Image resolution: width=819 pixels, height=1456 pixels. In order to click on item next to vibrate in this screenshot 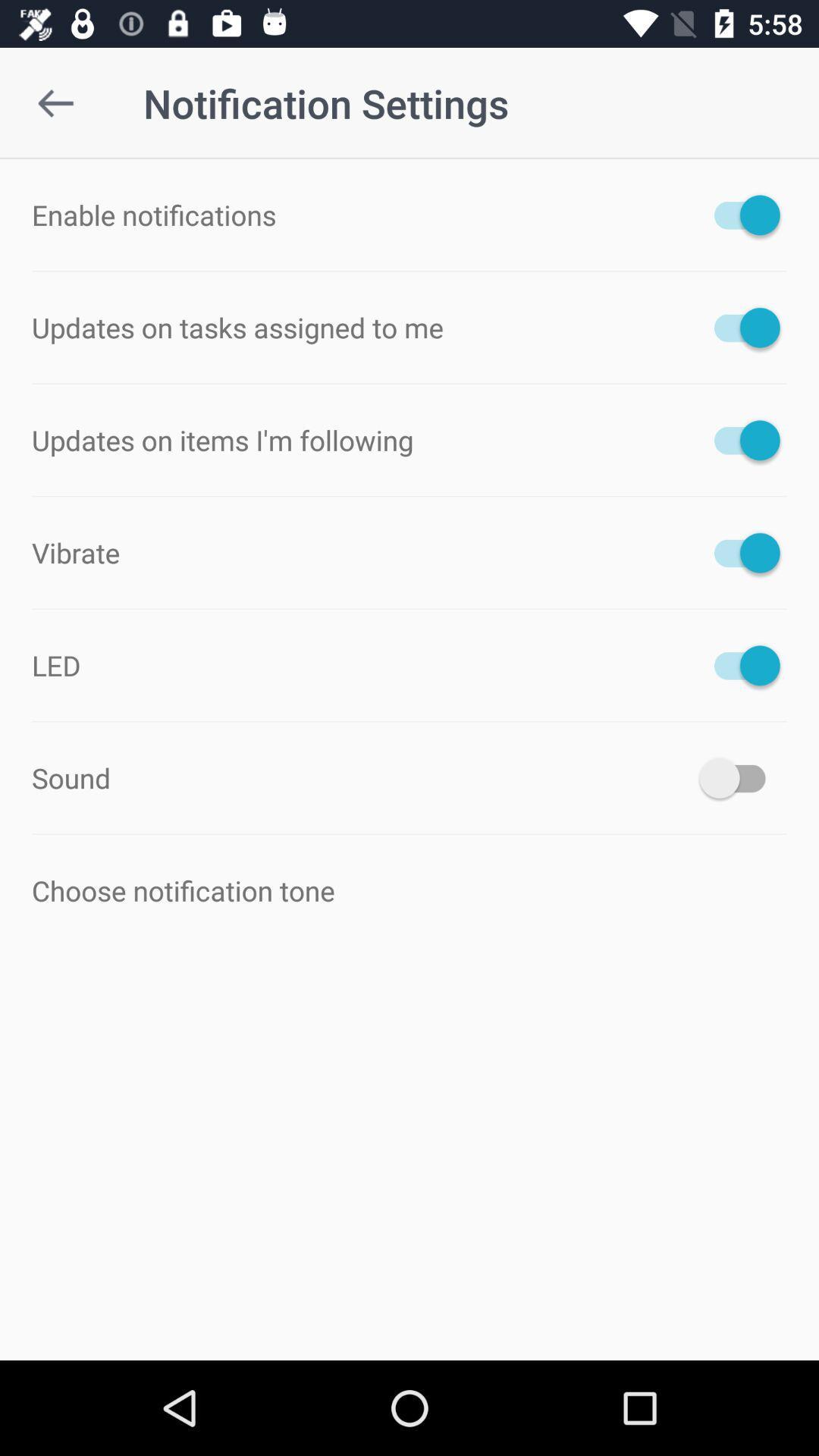, I will do `click(739, 552)`.